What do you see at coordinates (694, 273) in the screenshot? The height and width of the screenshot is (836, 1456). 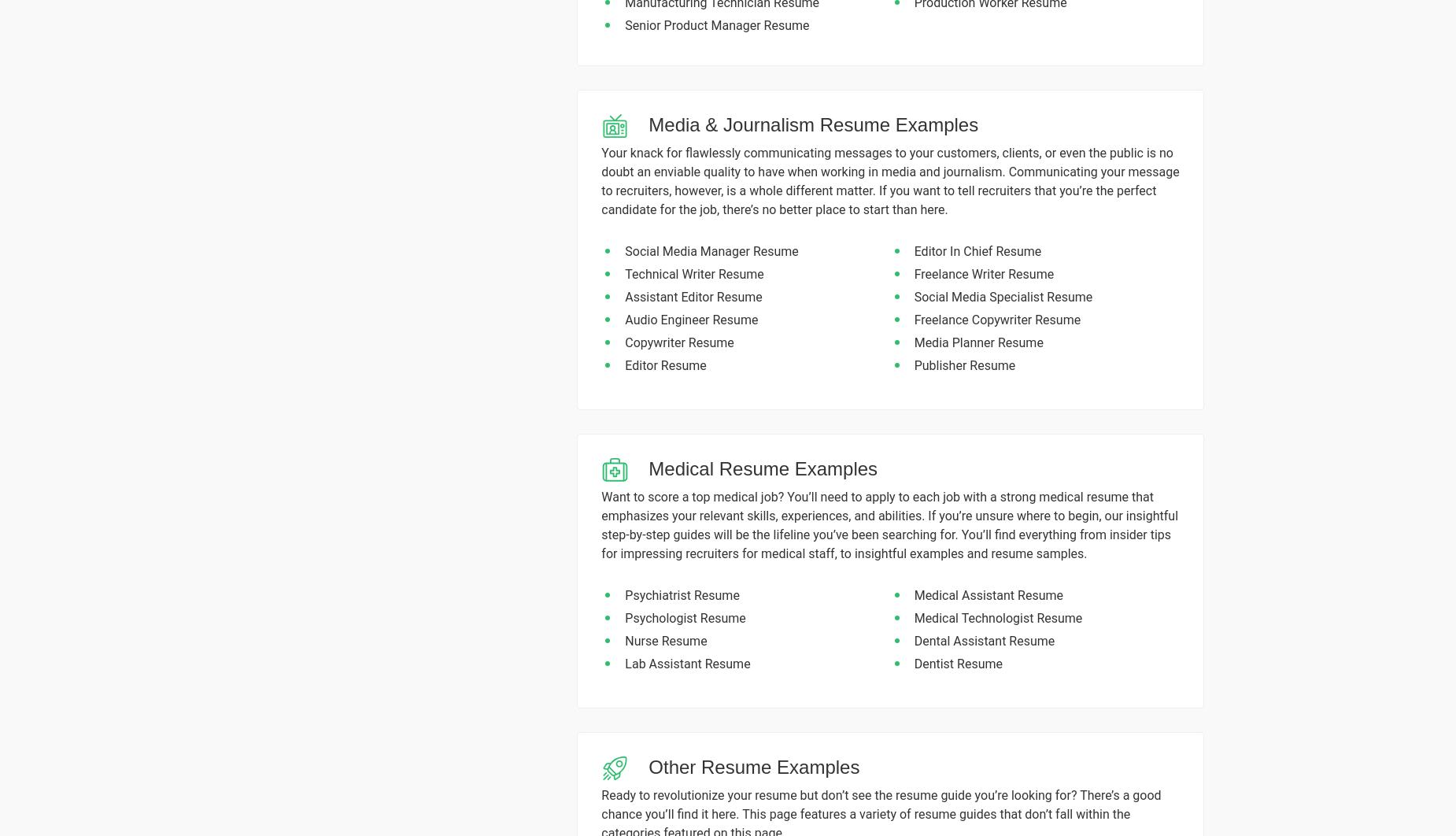 I see `'Technical Writer Resume'` at bounding box center [694, 273].